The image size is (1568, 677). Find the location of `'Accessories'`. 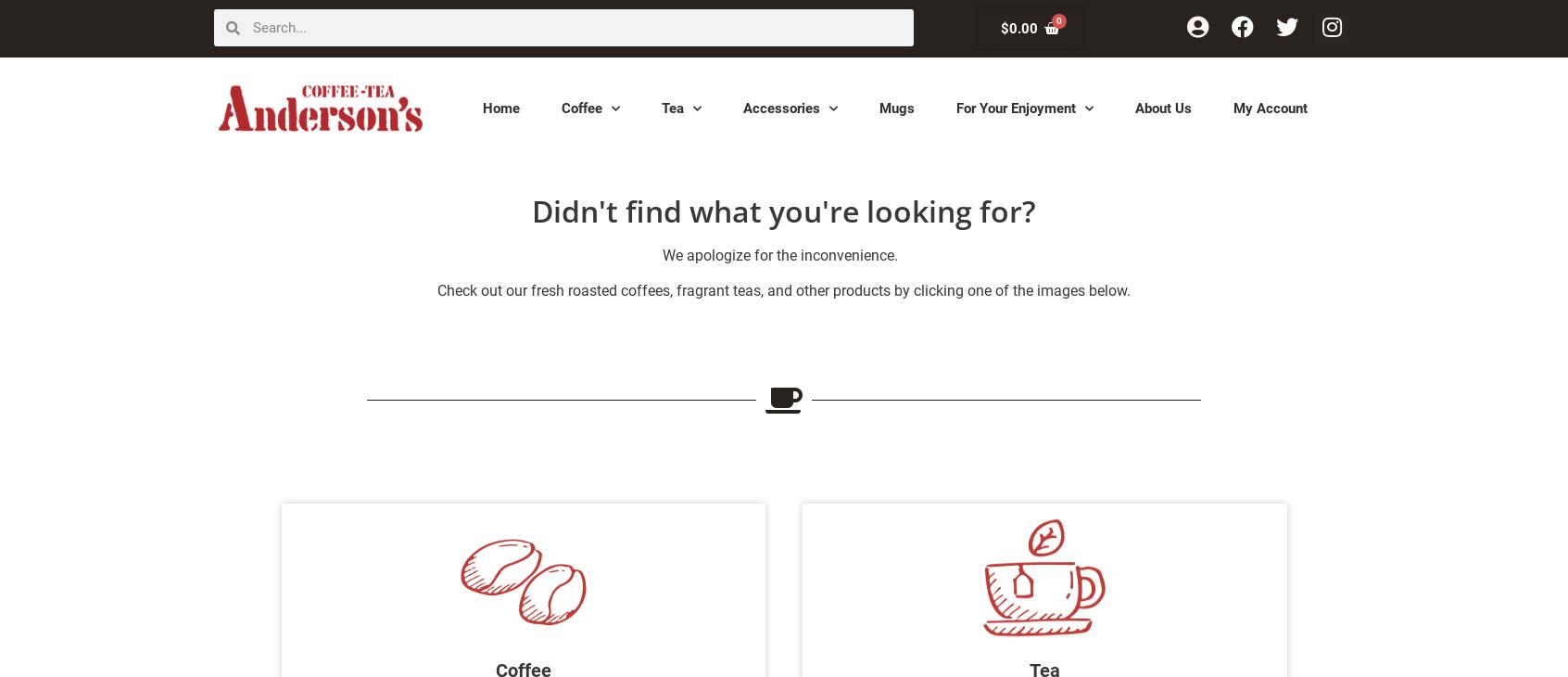

'Accessories' is located at coordinates (781, 106).